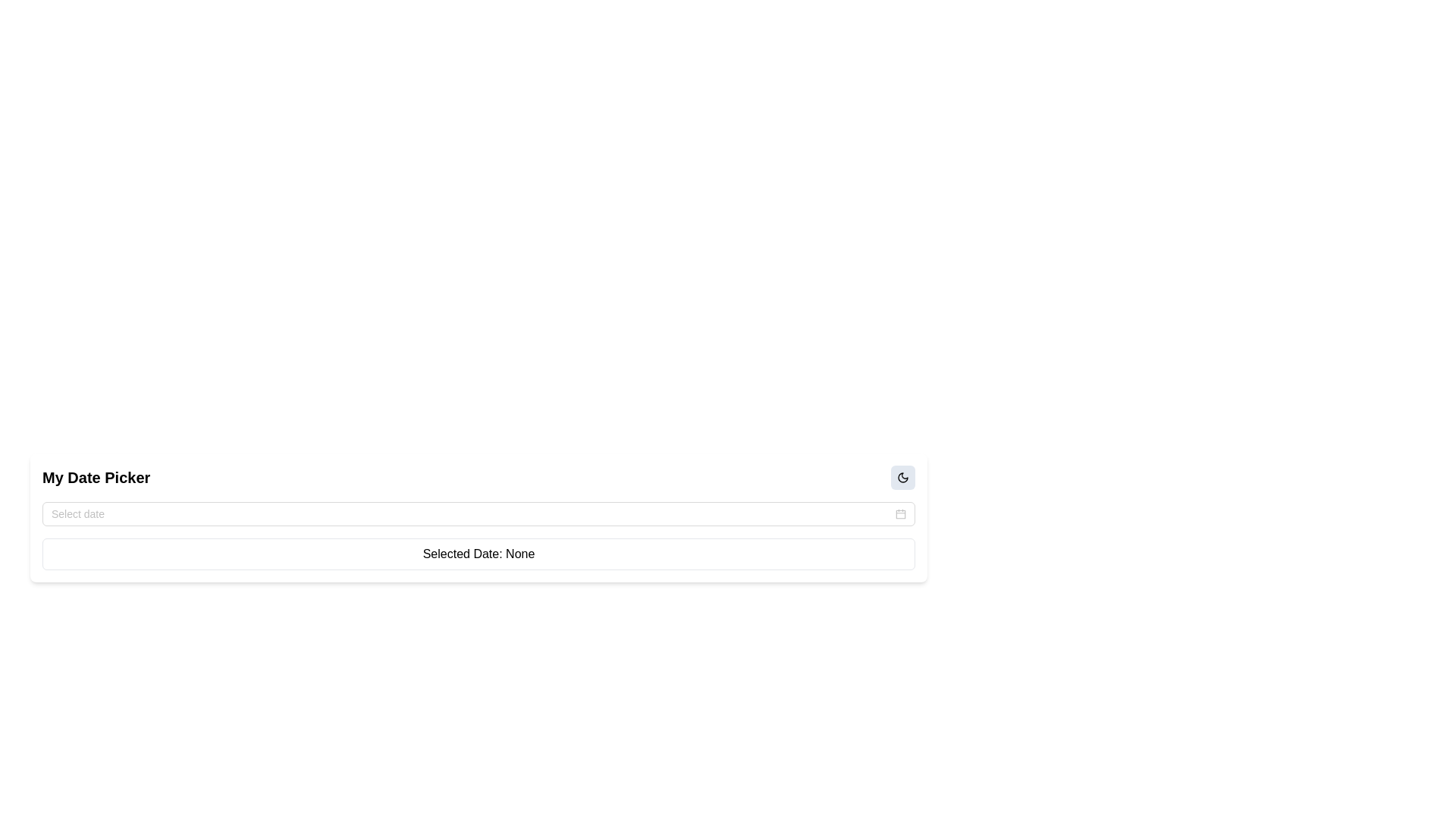  What do you see at coordinates (901, 513) in the screenshot?
I see `the gray calendar icon located on the far right side of the text input field, which is part of the date picker component` at bounding box center [901, 513].